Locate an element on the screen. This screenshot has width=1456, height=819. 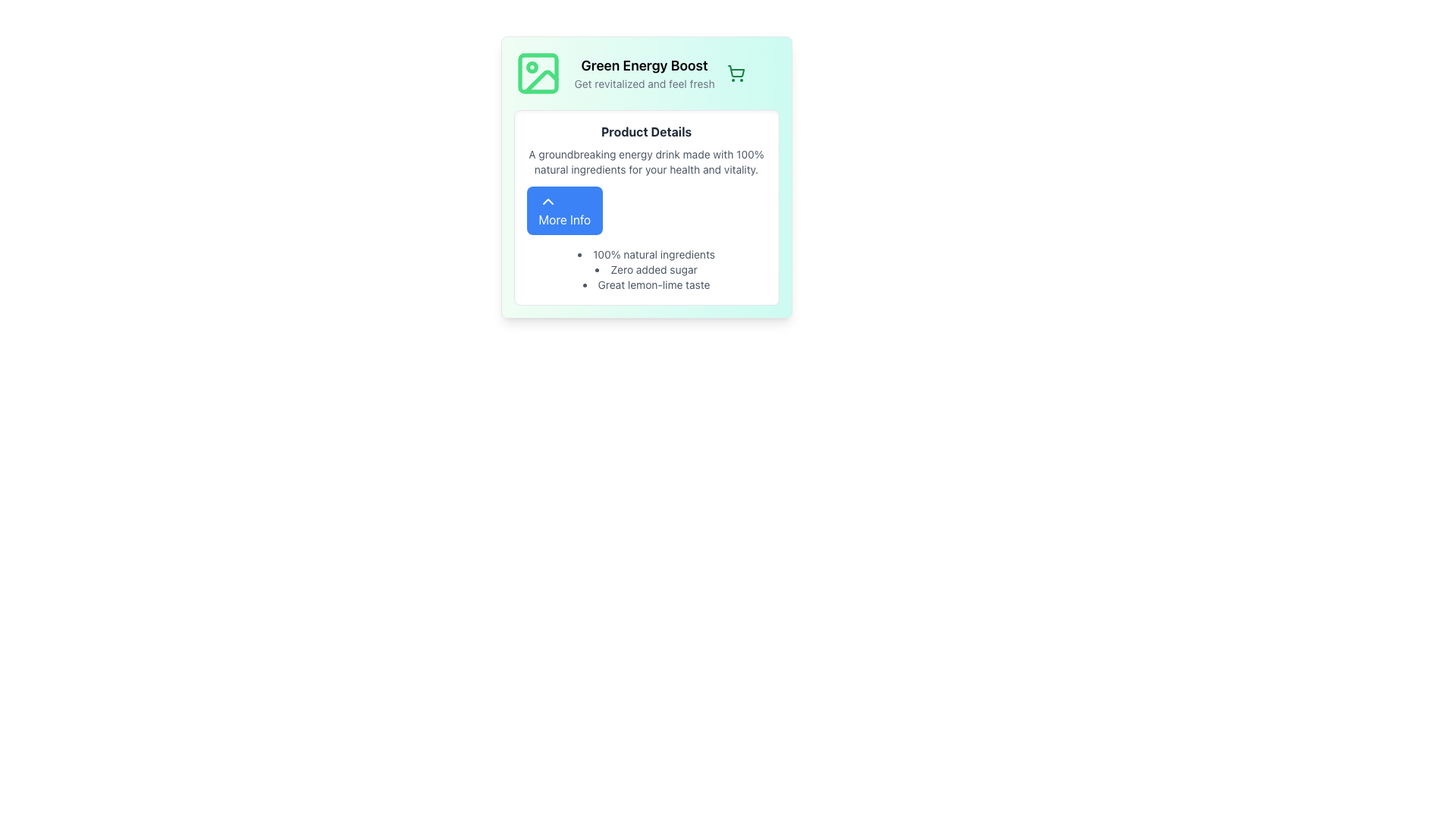
the text label stating 'Zero added sugar', which is the second bullet point in the product details section of the card layout is located at coordinates (646, 268).